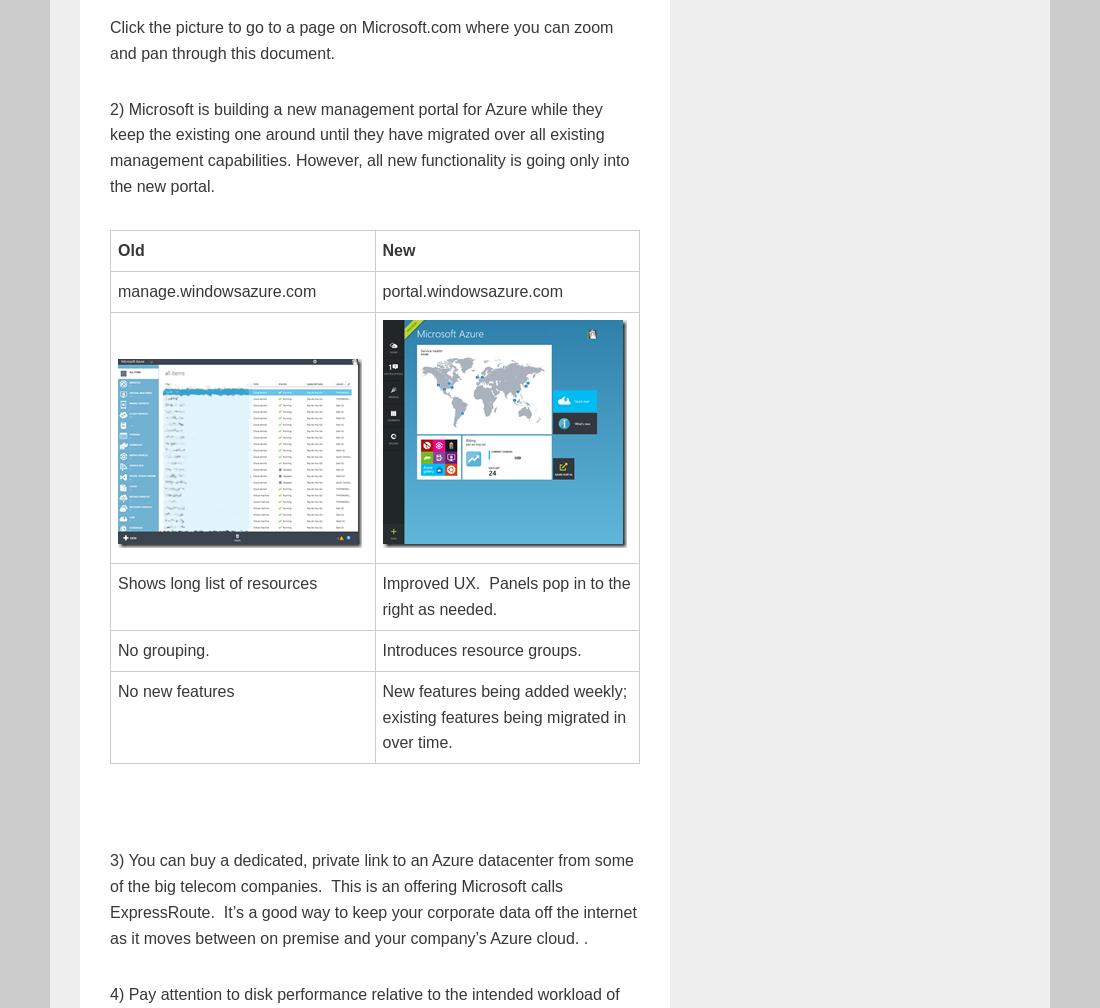 This screenshot has height=1008, width=1100. Describe the element at coordinates (217, 582) in the screenshot. I see `'Shows long list of resources'` at that location.